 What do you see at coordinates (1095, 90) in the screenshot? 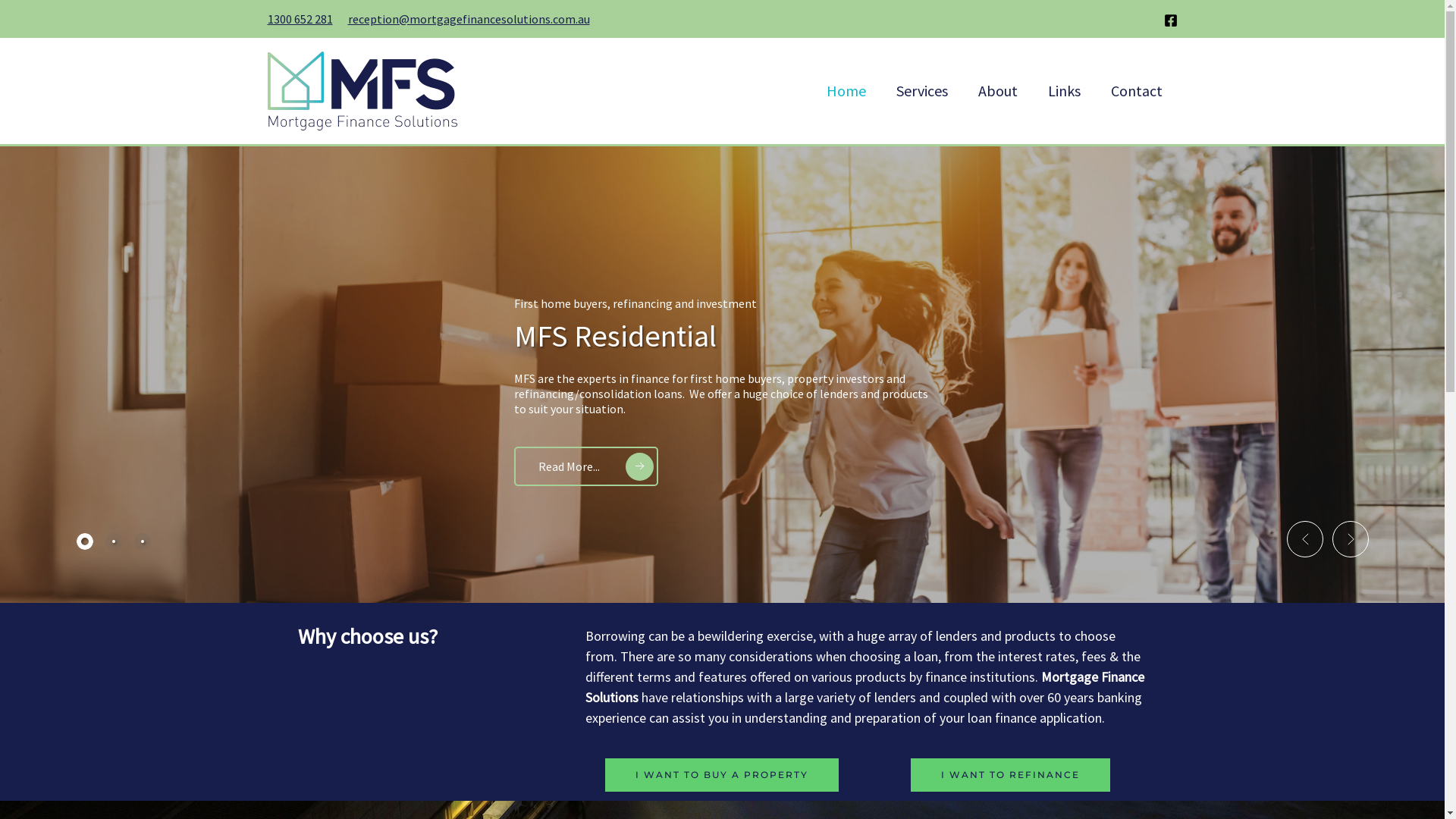
I see `'Contact'` at bounding box center [1095, 90].